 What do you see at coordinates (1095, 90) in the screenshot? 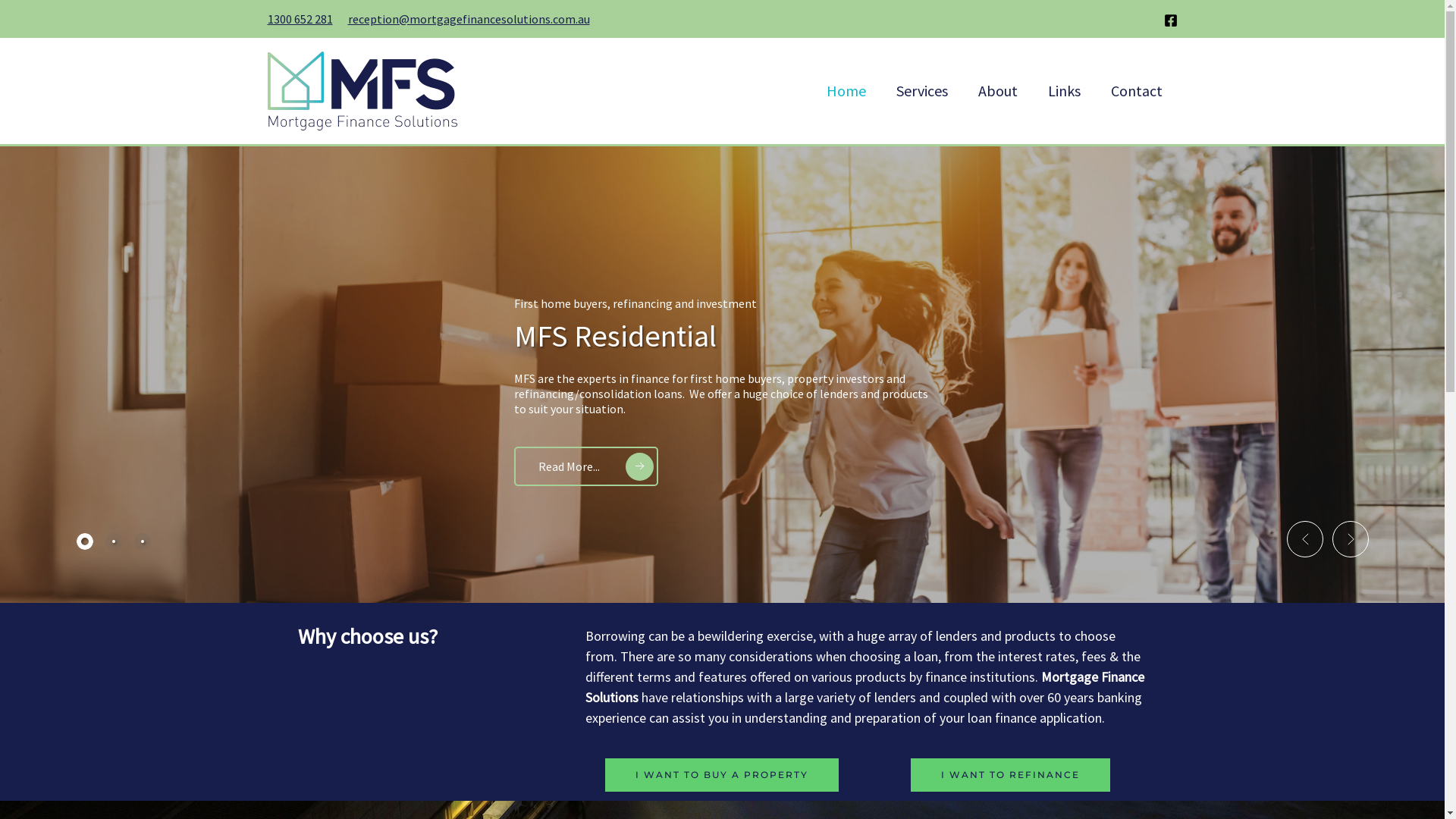
I see `'Contact'` at bounding box center [1095, 90].